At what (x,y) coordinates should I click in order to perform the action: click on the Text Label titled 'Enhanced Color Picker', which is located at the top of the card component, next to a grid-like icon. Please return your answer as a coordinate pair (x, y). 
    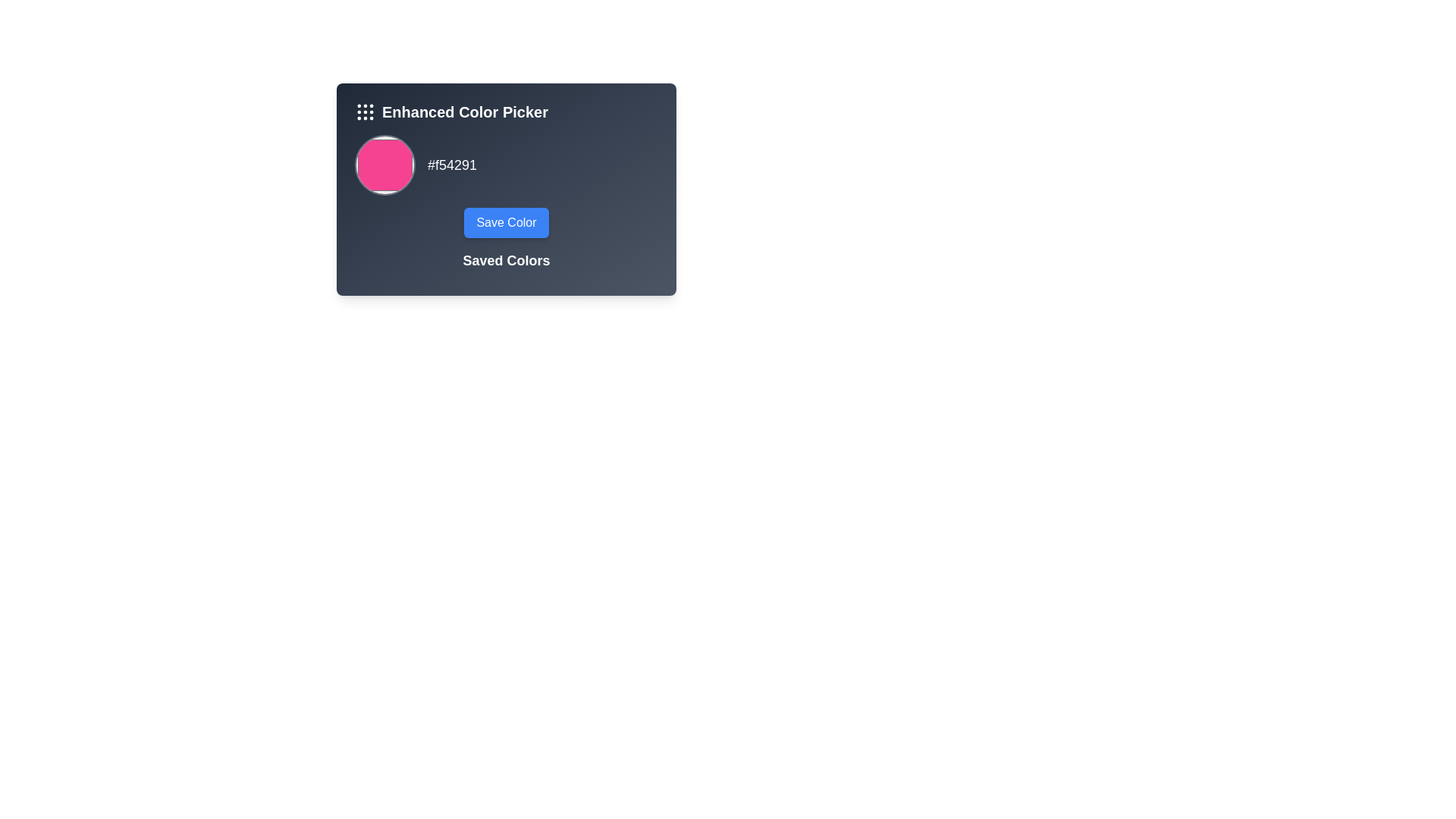
    Looking at the image, I should click on (464, 111).